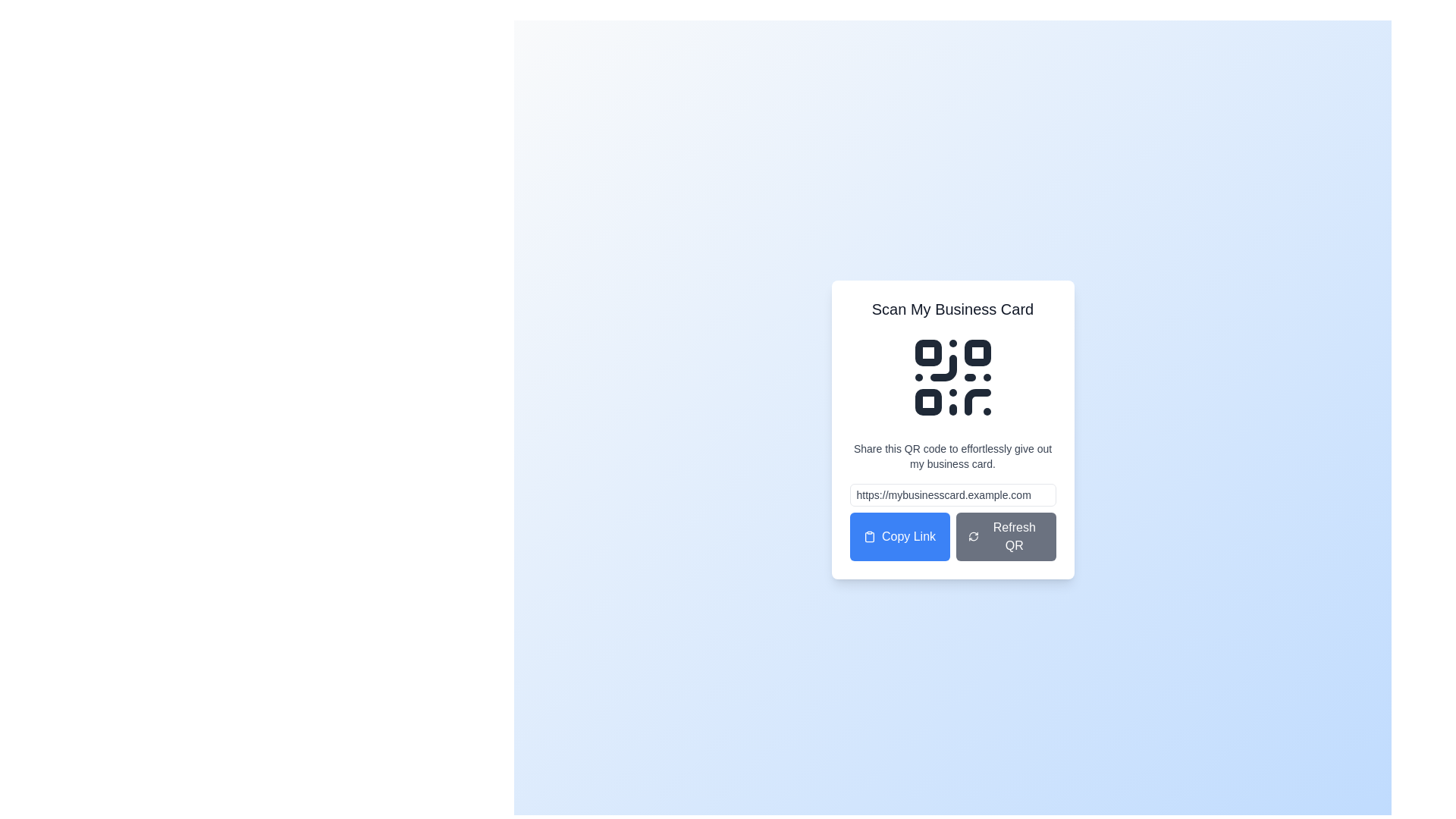 Image resolution: width=1456 pixels, height=819 pixels. Describe the element at coordinates (899, 536) in the screenshot. I see `the 'Copy Link' button located to the left of the 'Refresh QR' button` at that location.